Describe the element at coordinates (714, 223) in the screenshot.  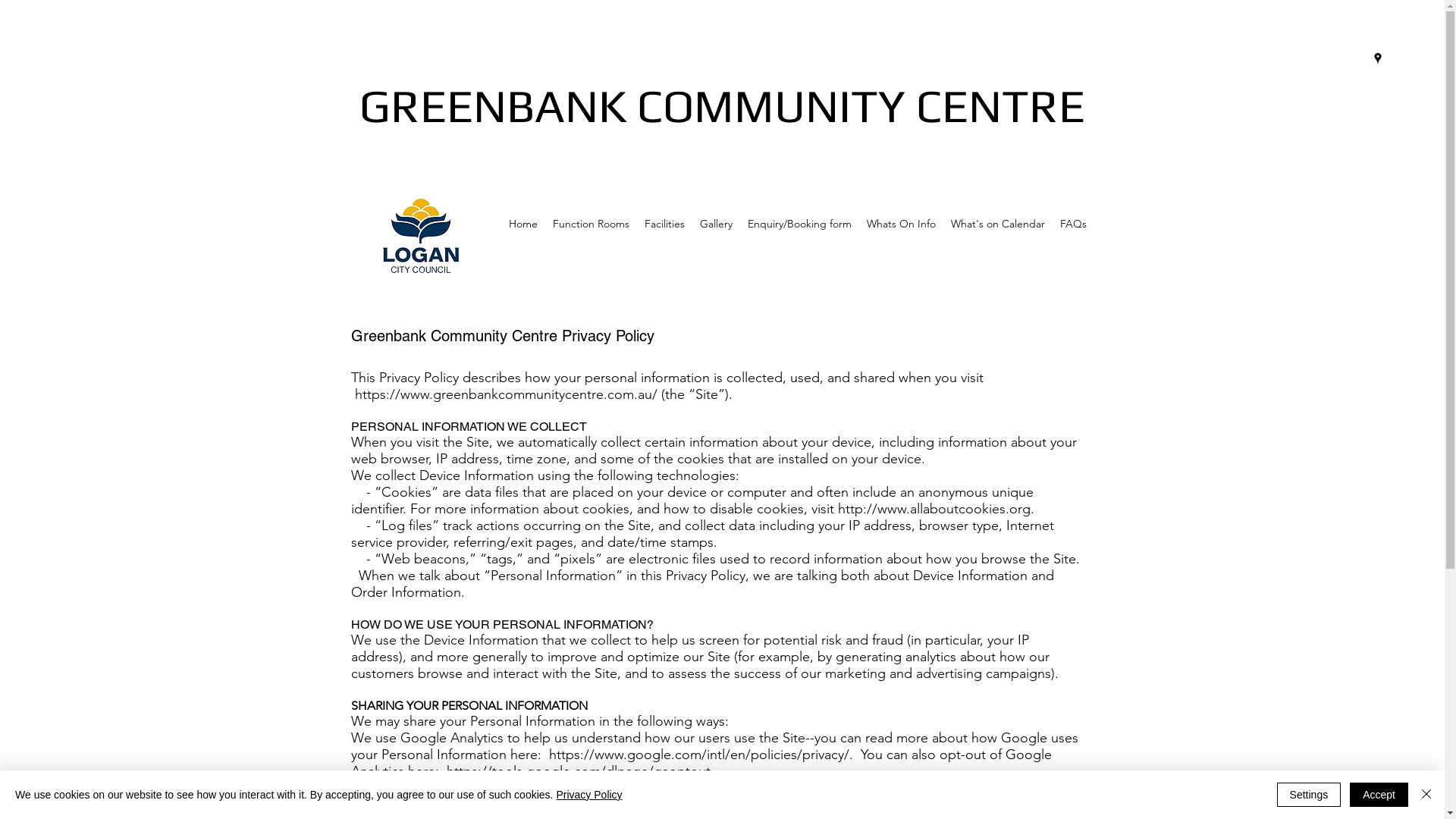
I see `'Gallery'` at that location.